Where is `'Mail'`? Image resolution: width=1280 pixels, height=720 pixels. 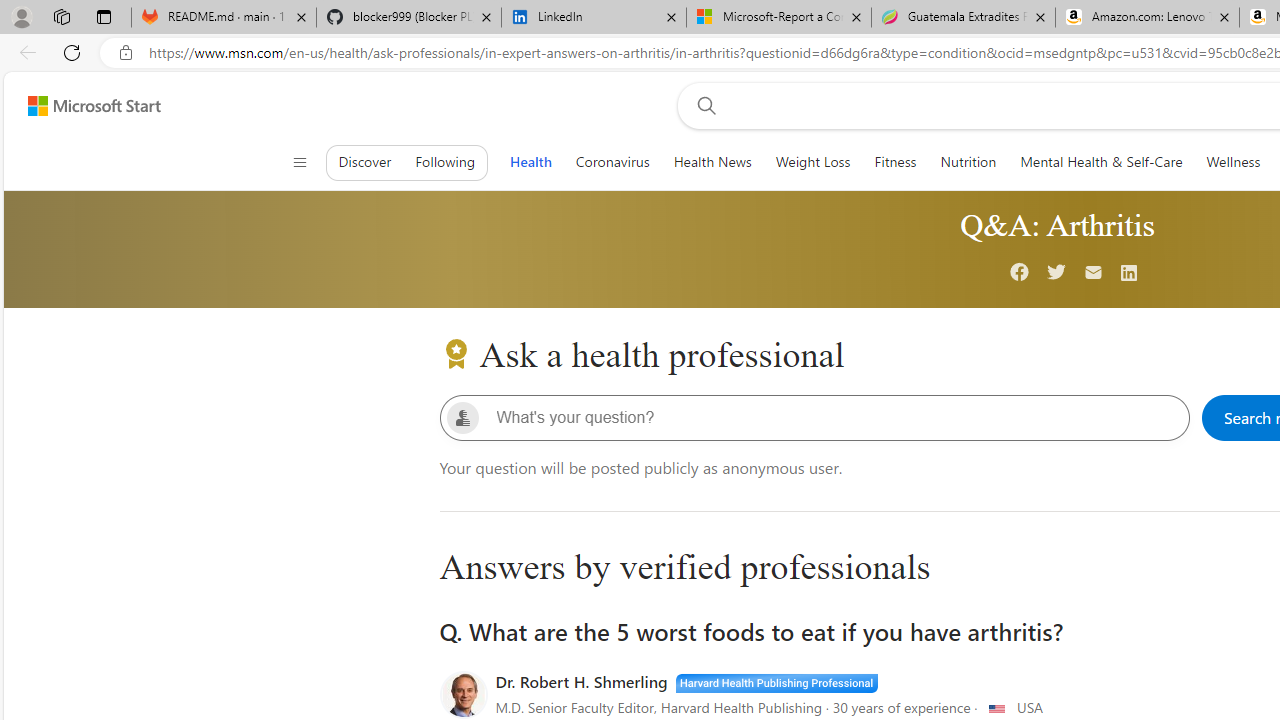
'Mail' is located at coordinates (1093, 273).